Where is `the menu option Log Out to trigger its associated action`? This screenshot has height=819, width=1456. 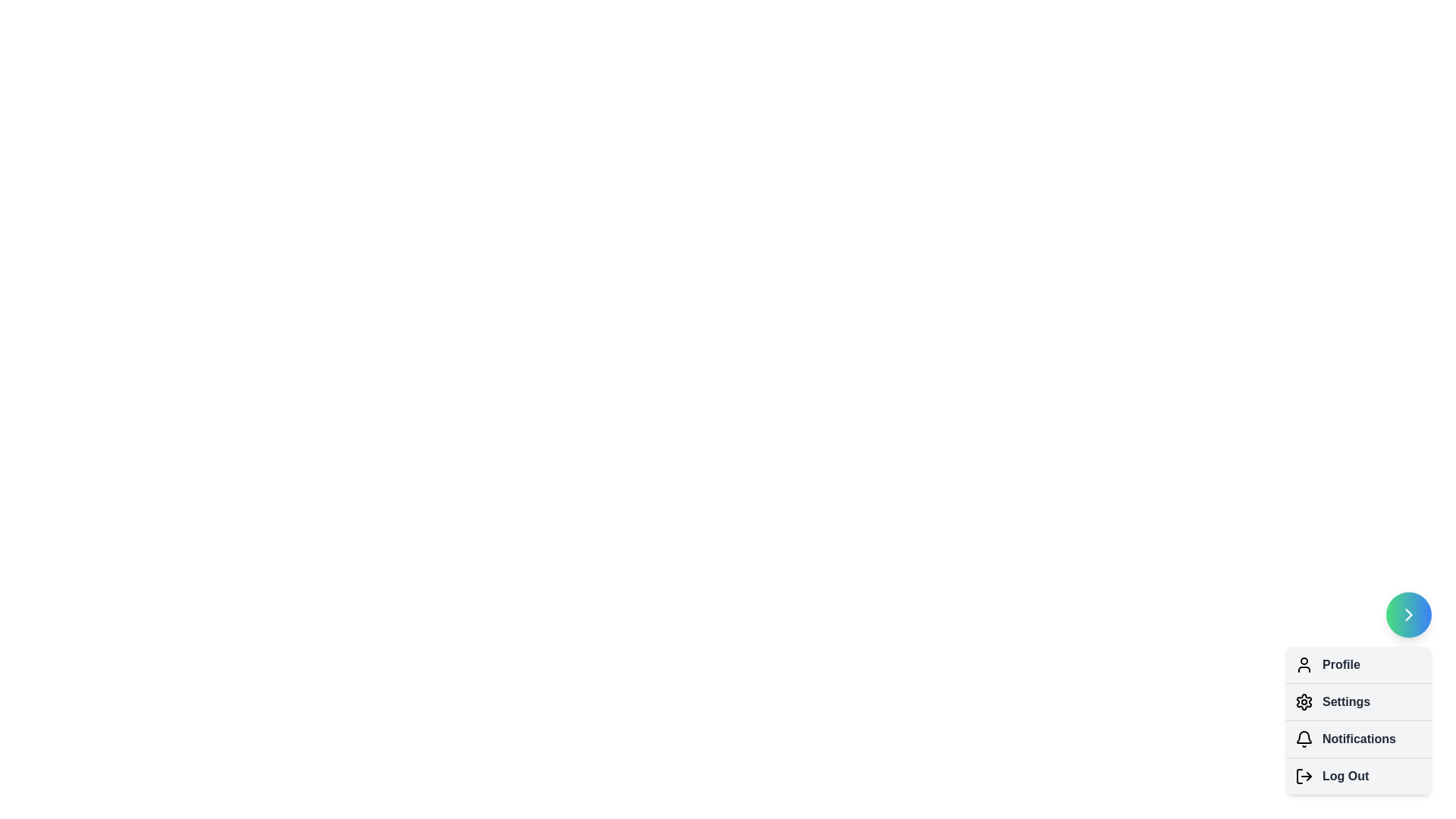 the menu option Log Out to trigger its associated action is located at coordinates (1303, 776).